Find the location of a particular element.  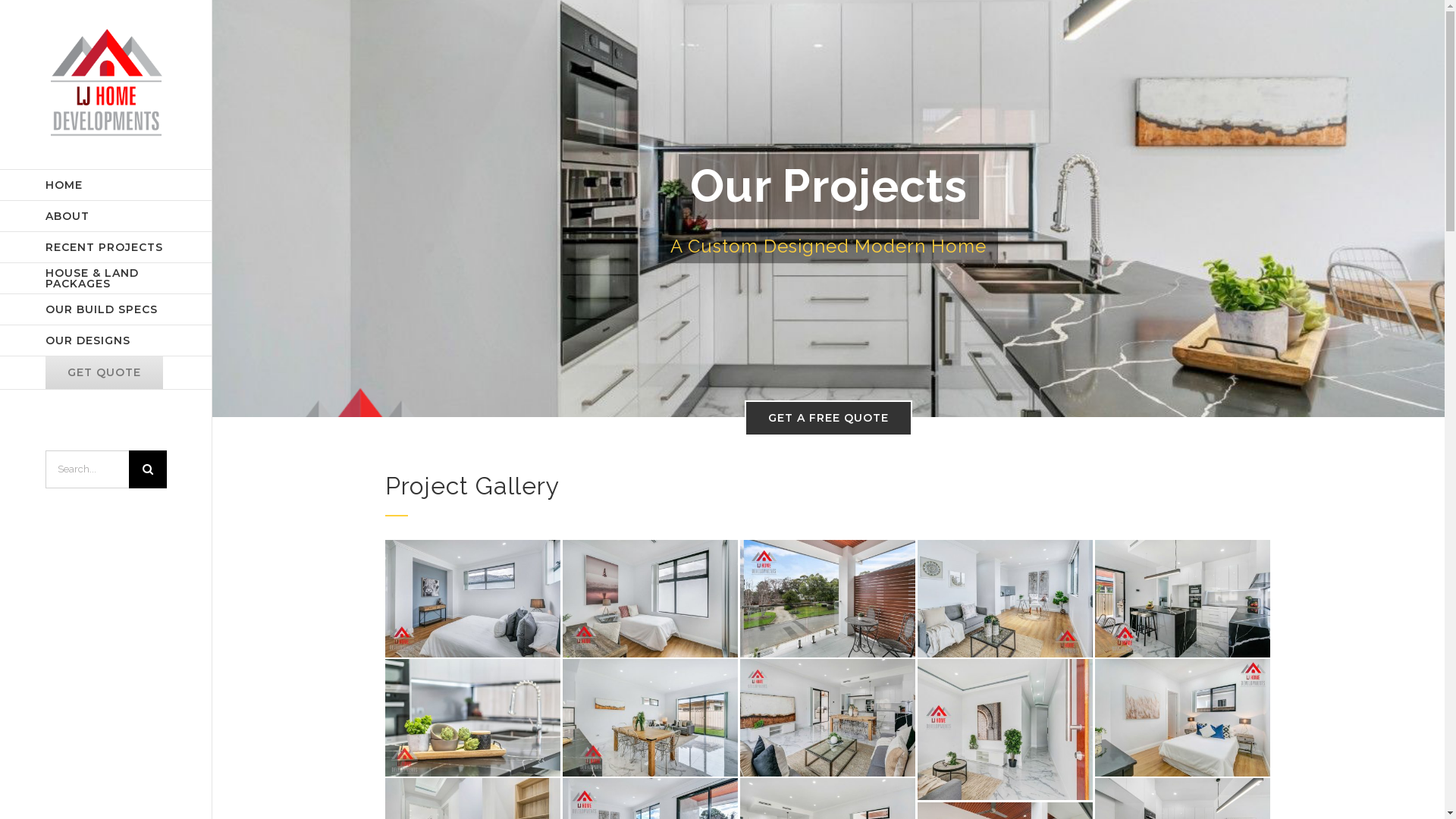

'ABOUT' is located at coordinates (105, 216).